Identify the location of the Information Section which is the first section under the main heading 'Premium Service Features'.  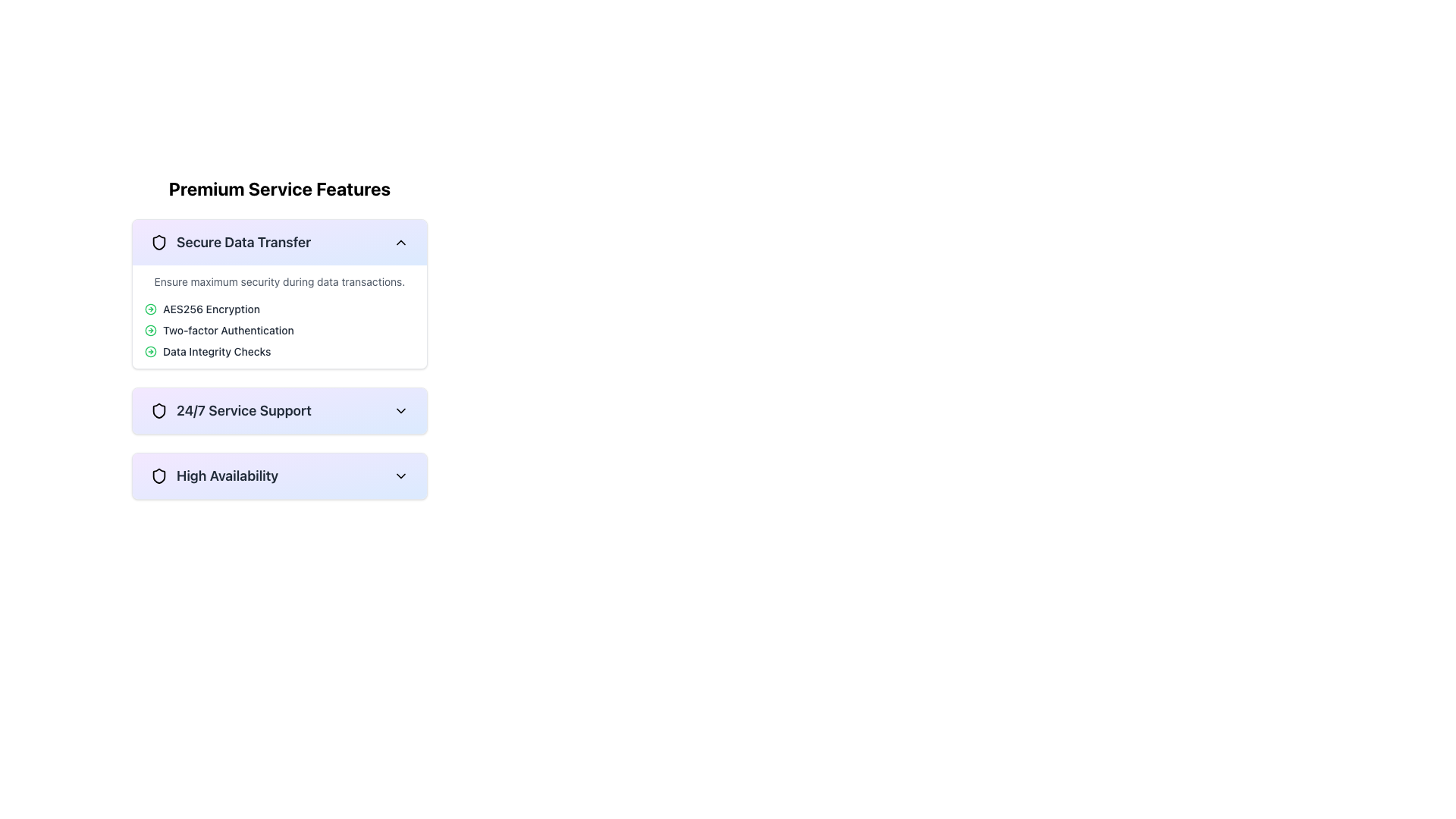
(280, 337).